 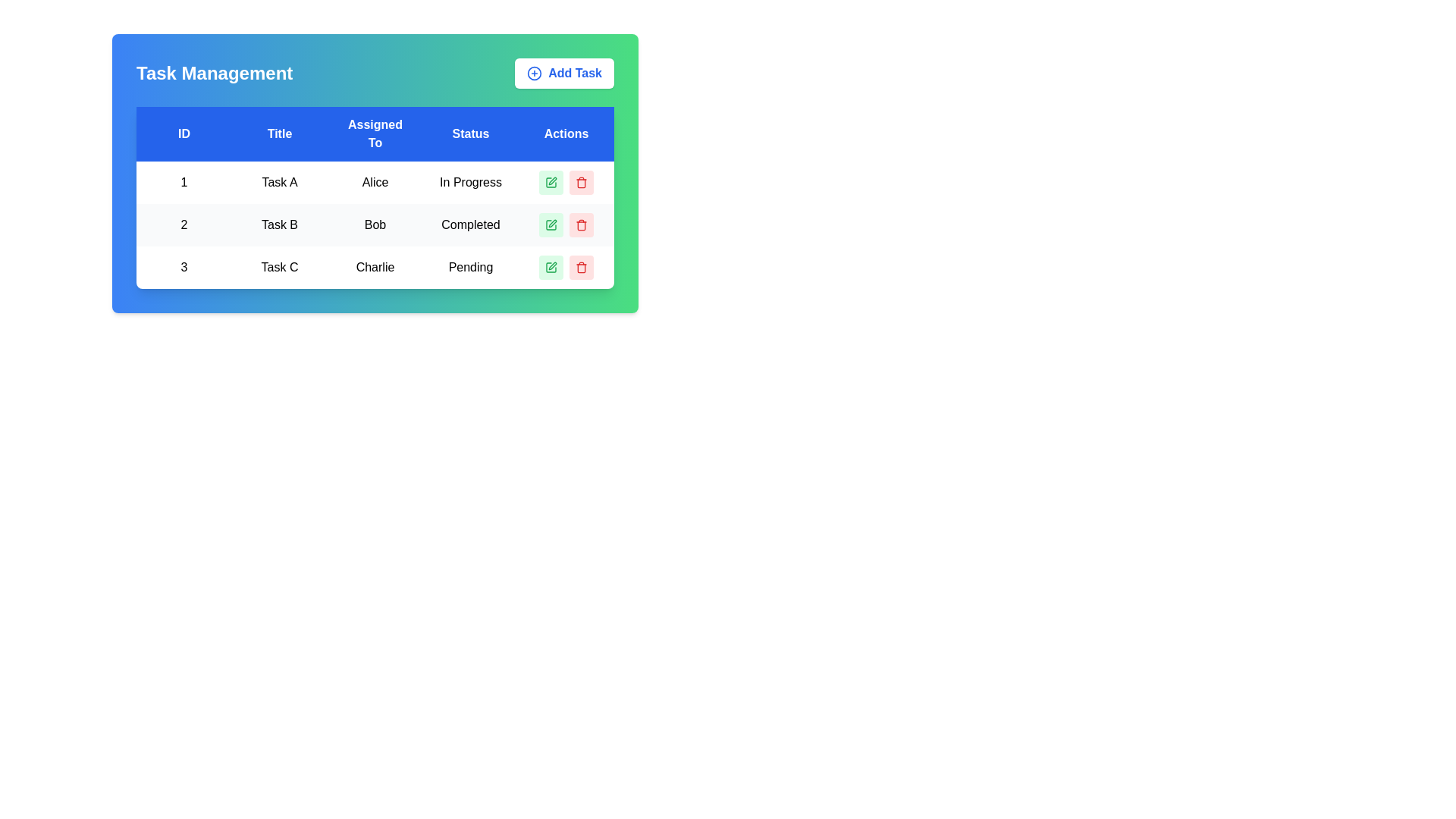 I want to click on the green pen icon within the SVG that serves as an edit button in the first row of the Actions column, so click(x=552, y=180).